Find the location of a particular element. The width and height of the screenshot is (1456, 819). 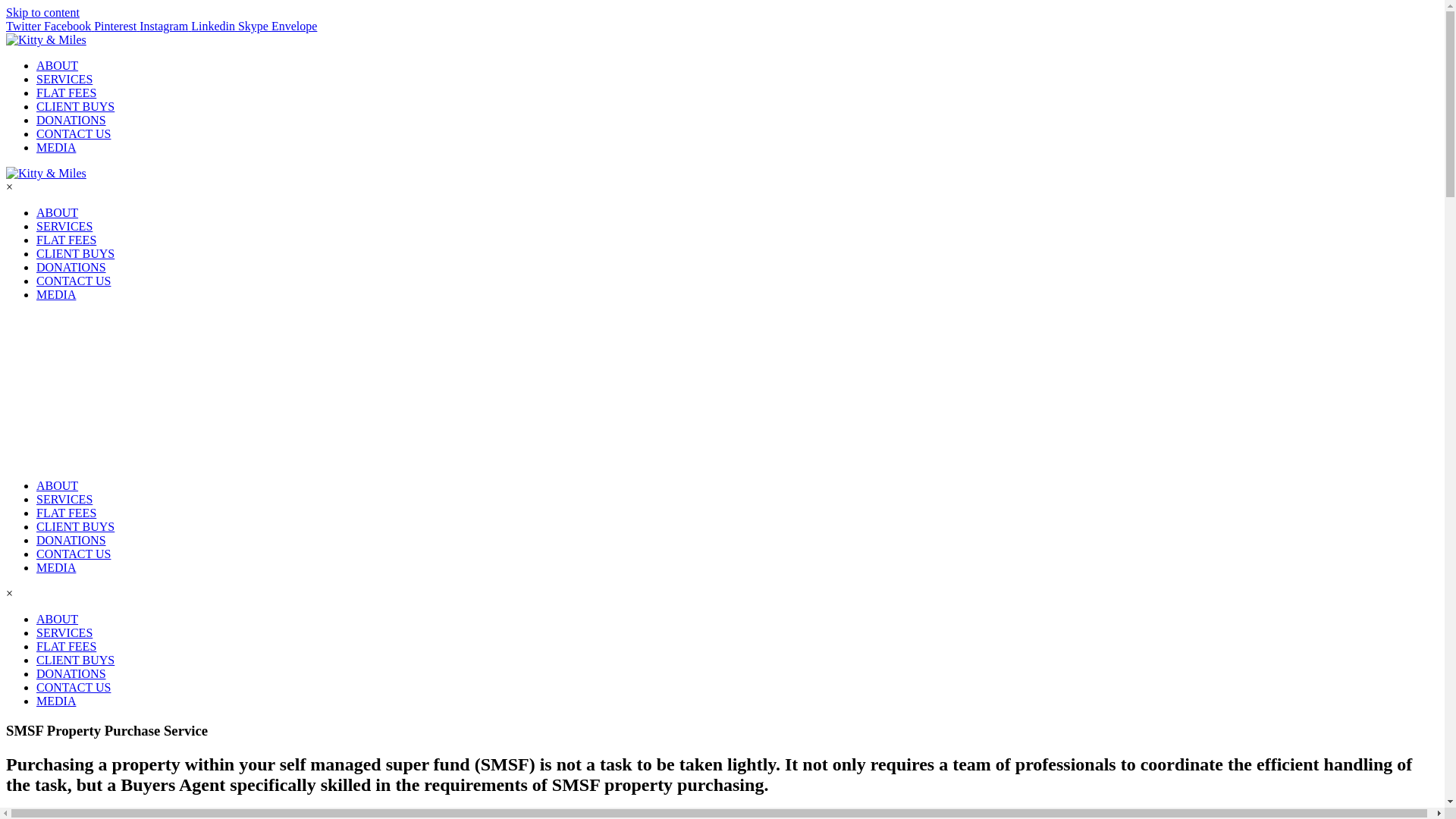

'SERVICES' is located at coordinates (64, 499).